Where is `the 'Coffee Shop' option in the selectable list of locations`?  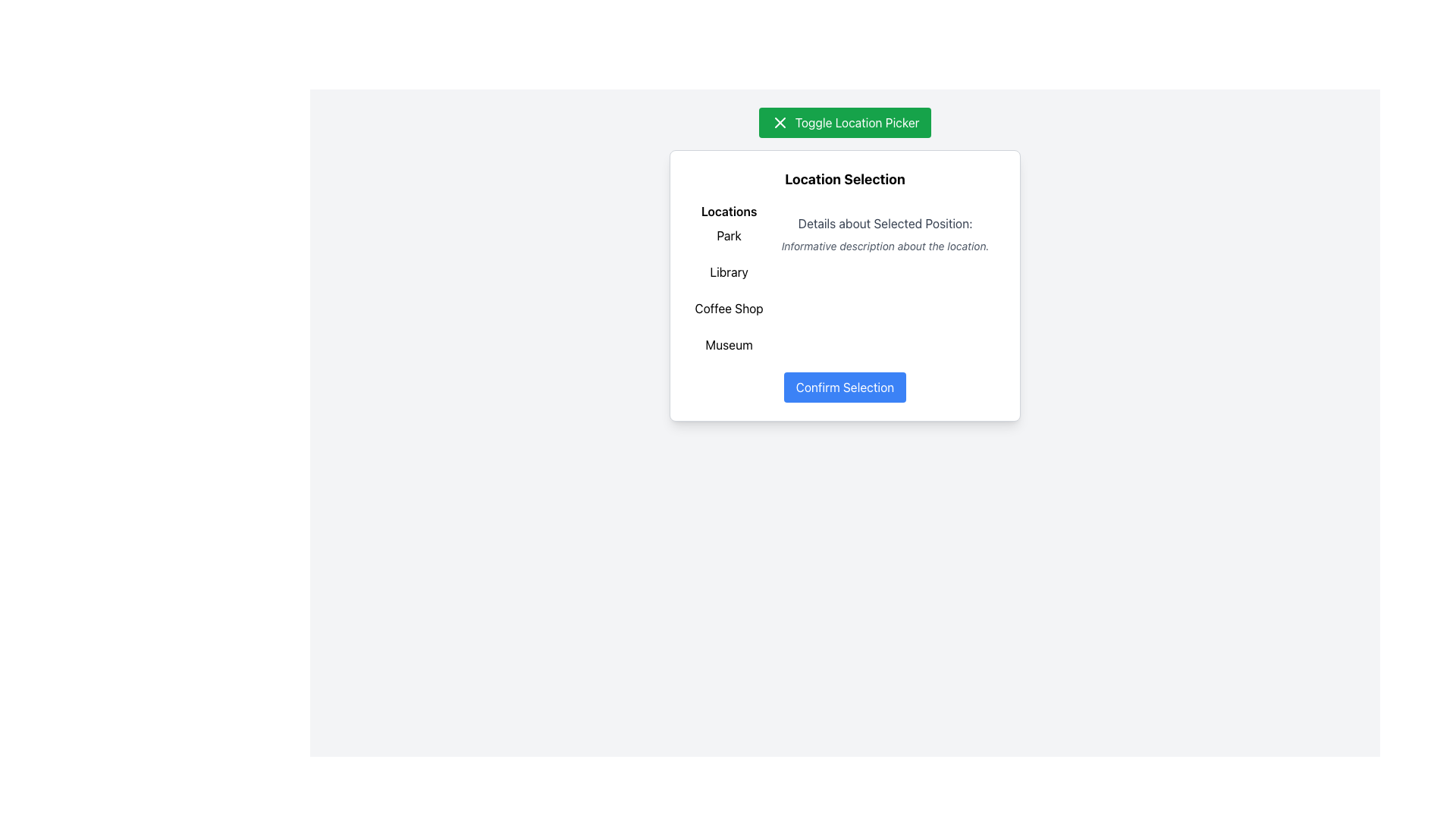
the 'Coffee Shop' option in the selectable list of locations is located at coordinates (729, 308).